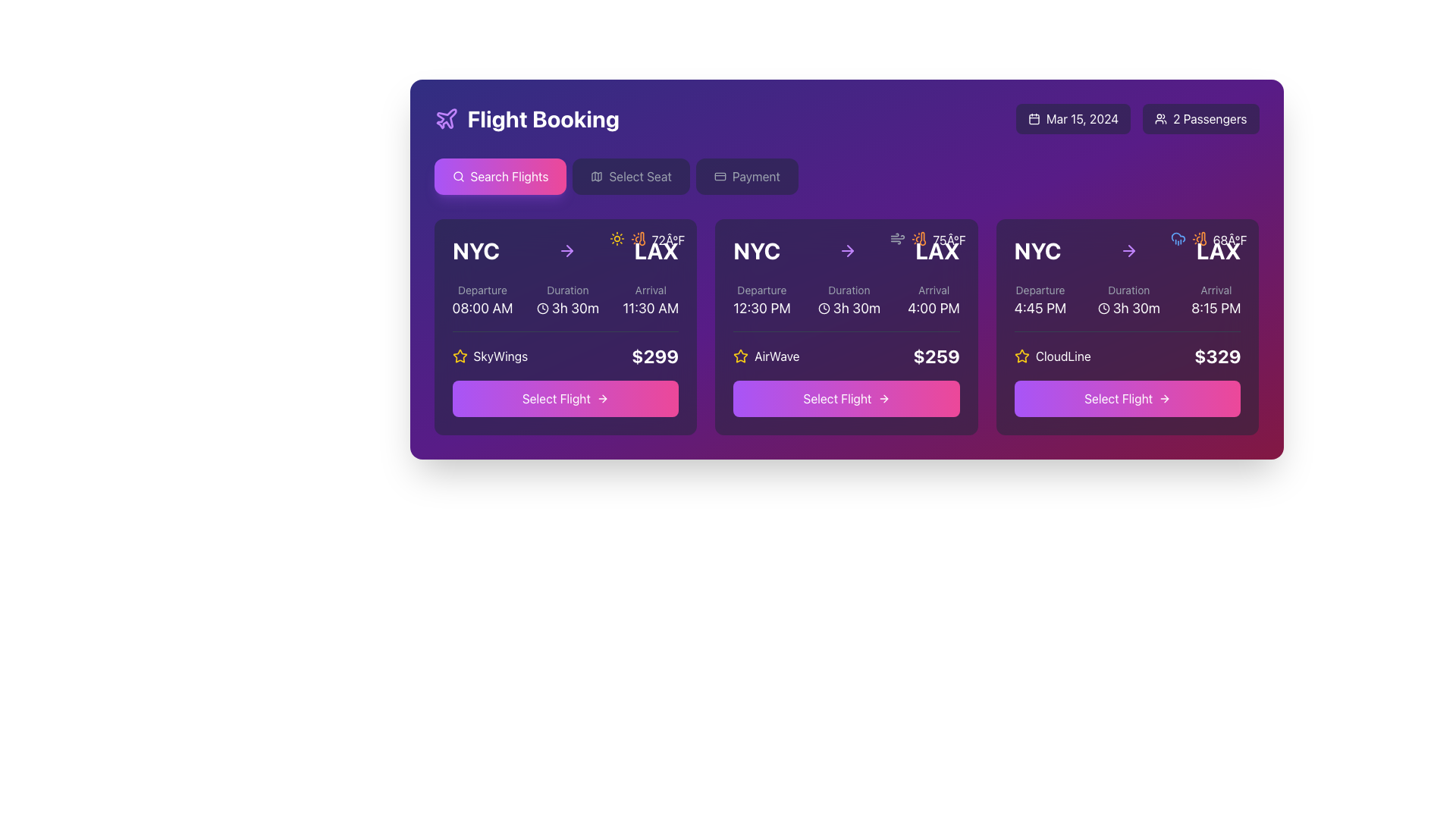 The width and height of the screenshot is (1456, 819). What do you see at coordinates (510, 175) in the screenshot?
I see `the 'Search Flights' button, which is a text label with a gradient background and white text, to initiate a flight search` at bounding box center [510, 175].